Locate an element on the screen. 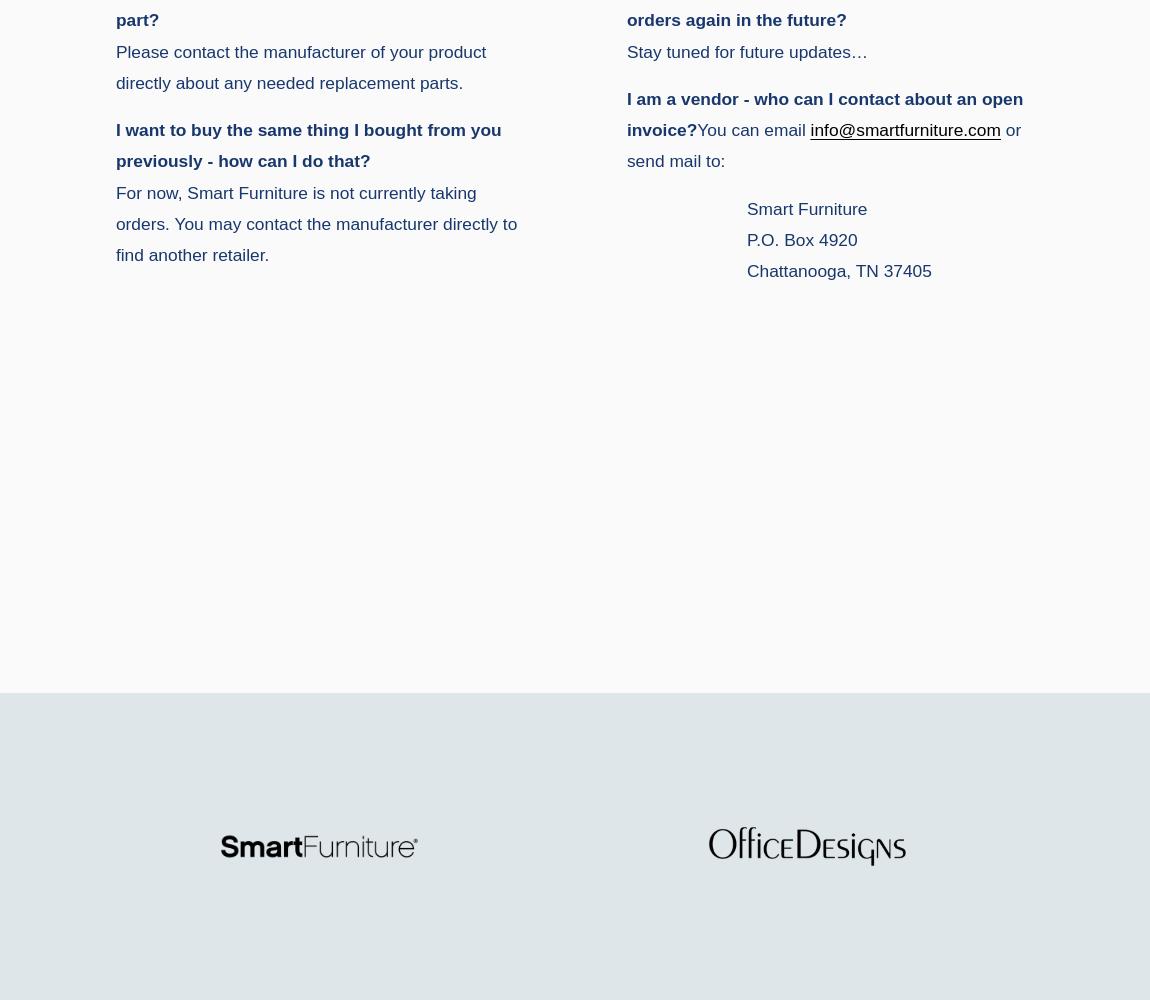 This screenshot has height=1000, width=1150. 'Stay tuned for future updates…' is located at coordinates (746, 51).